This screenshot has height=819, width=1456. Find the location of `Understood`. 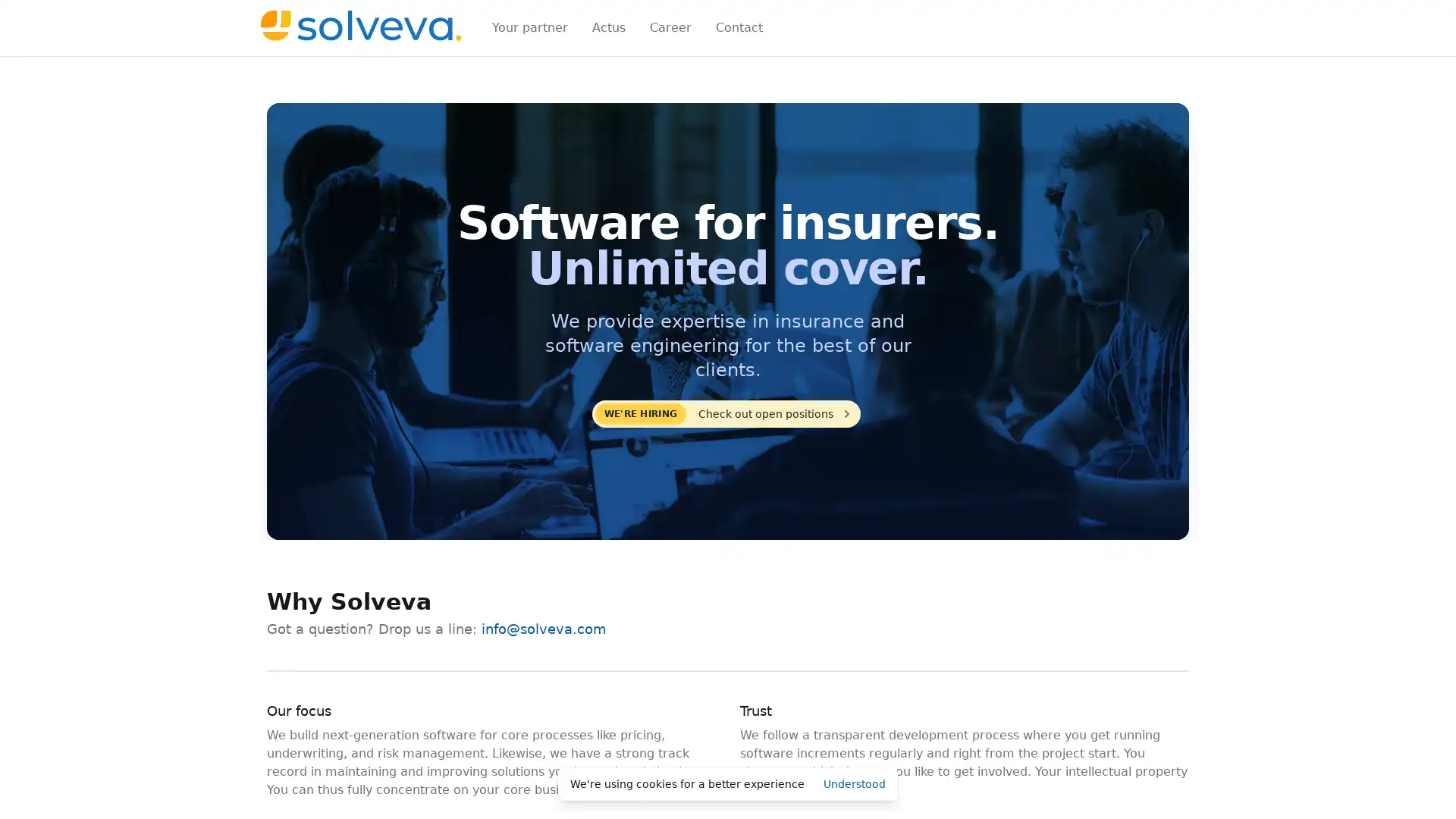

Understood is located at coordinates (855, 783).